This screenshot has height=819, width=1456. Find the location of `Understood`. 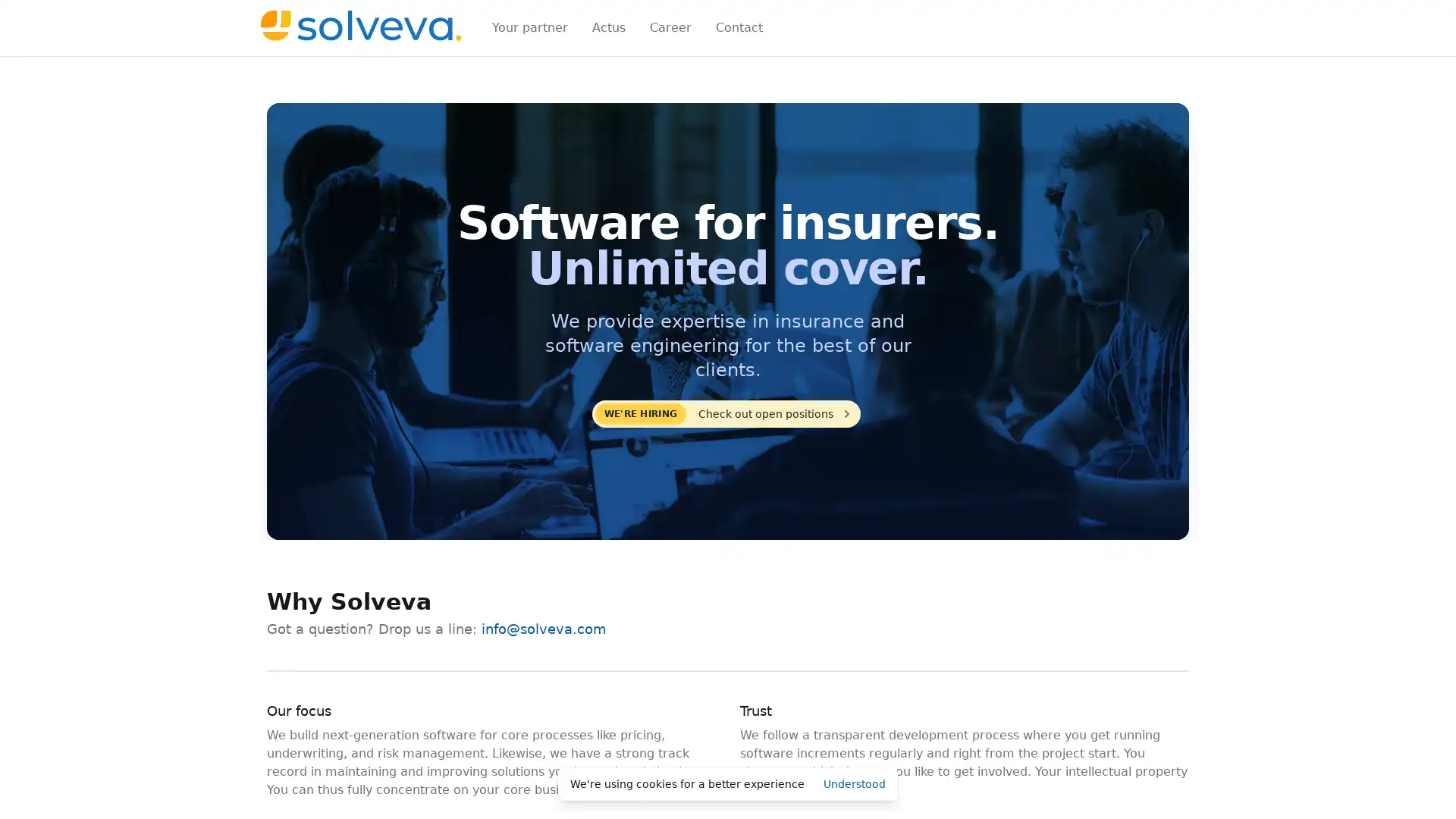

Understood is located at coordinates (855, 783).